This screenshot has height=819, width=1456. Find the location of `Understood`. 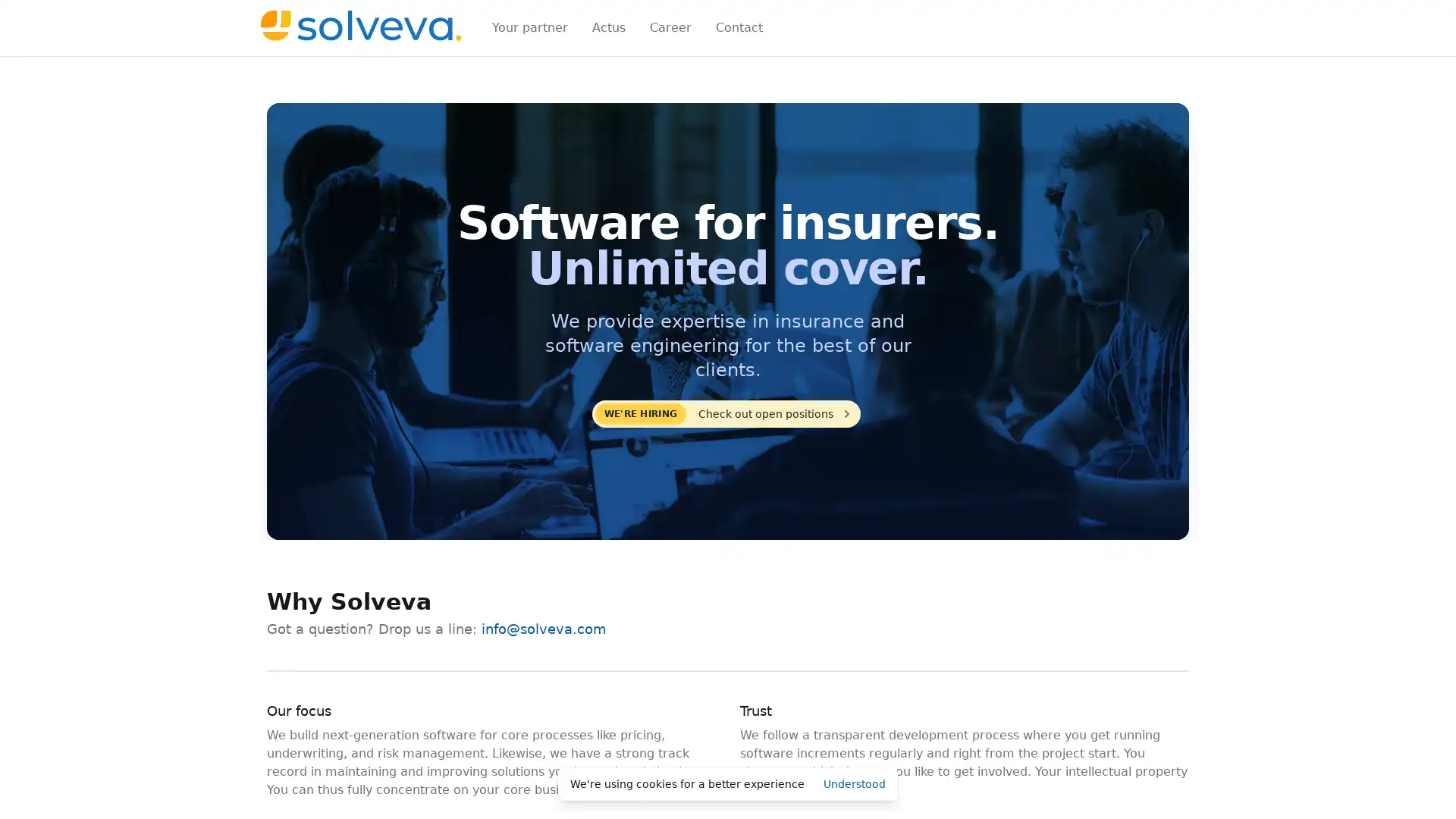

Understood is located at coordinates (855, 783).